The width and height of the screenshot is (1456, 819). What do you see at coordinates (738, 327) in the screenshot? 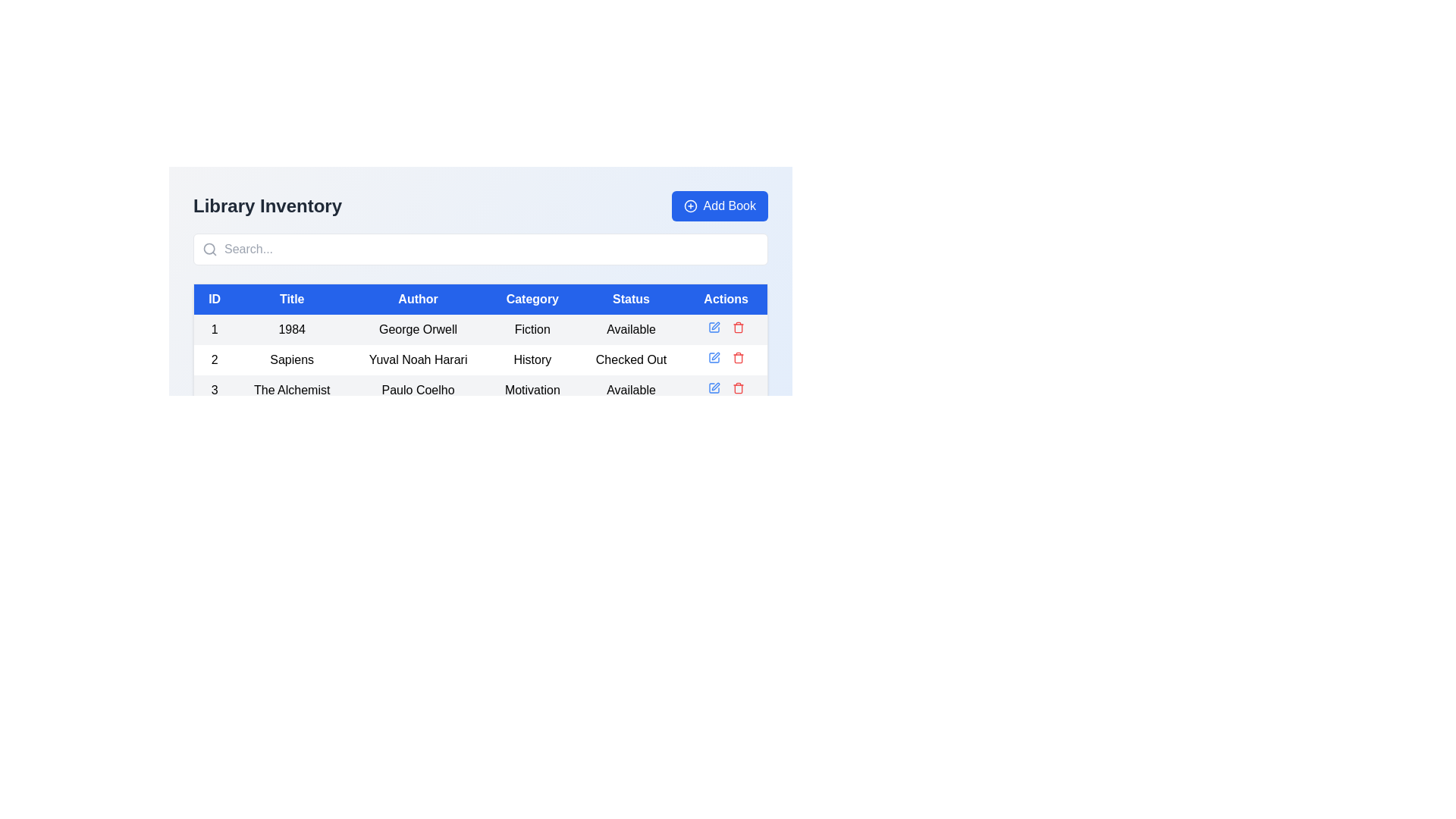
I see `the delete icon in the 'Actions' column of the third row for the record titled 'The Alchemist', which is the second action icon to the right of the blue edit icon` at bounding box center [738, 327].